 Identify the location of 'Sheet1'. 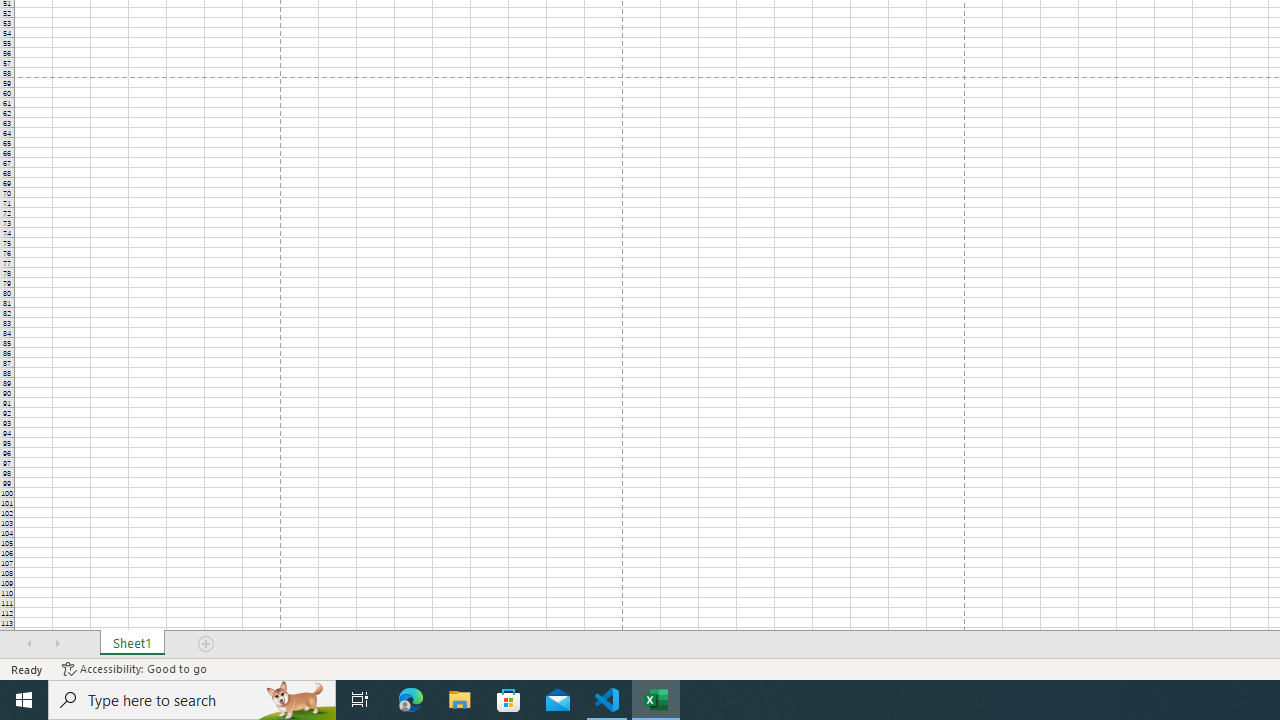
(131, 644).